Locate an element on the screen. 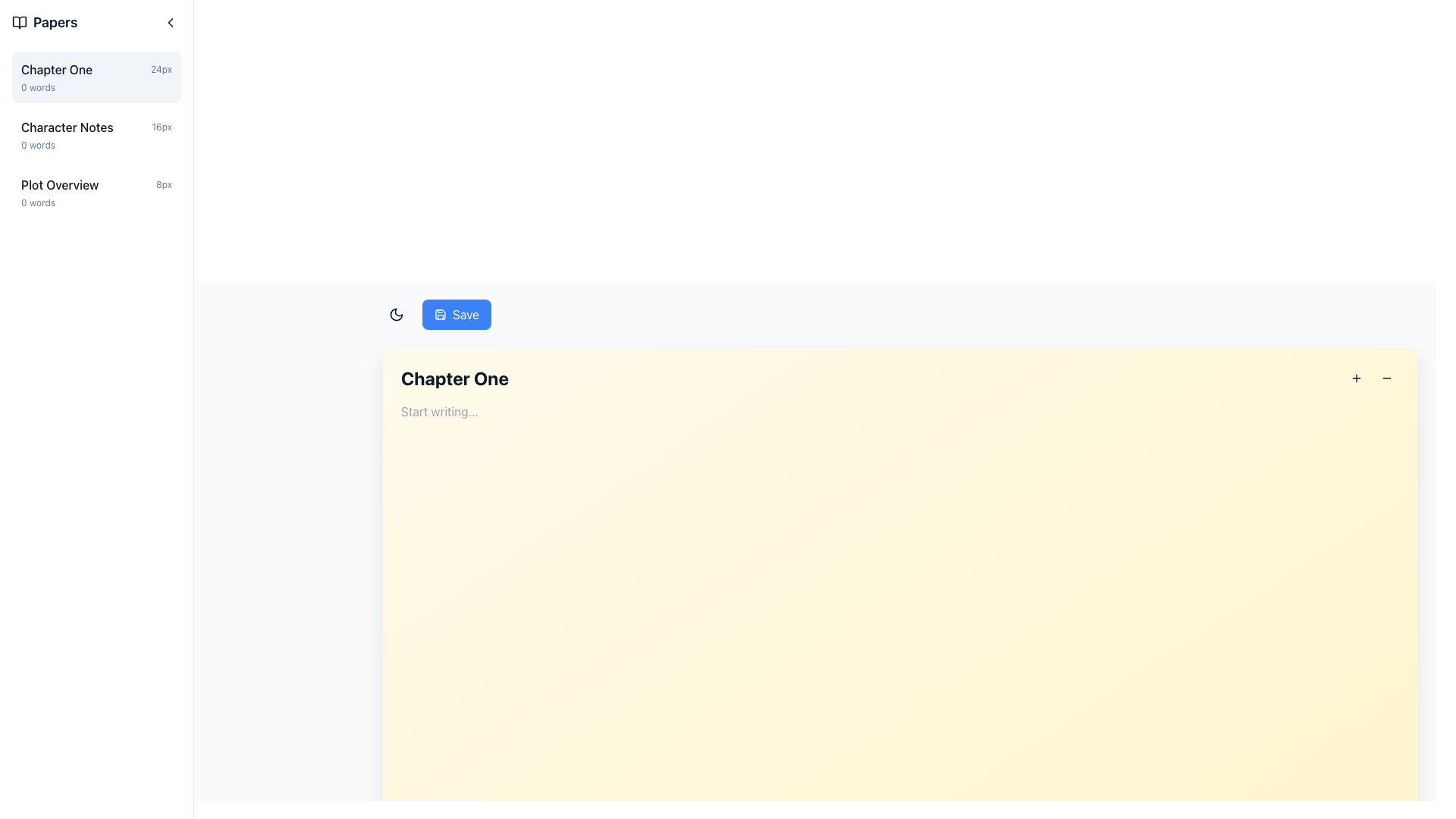 The image size is (1456, 819). the title bar of the sidebar which indicates the context of the listed items below is located at coordinates (96, 23).